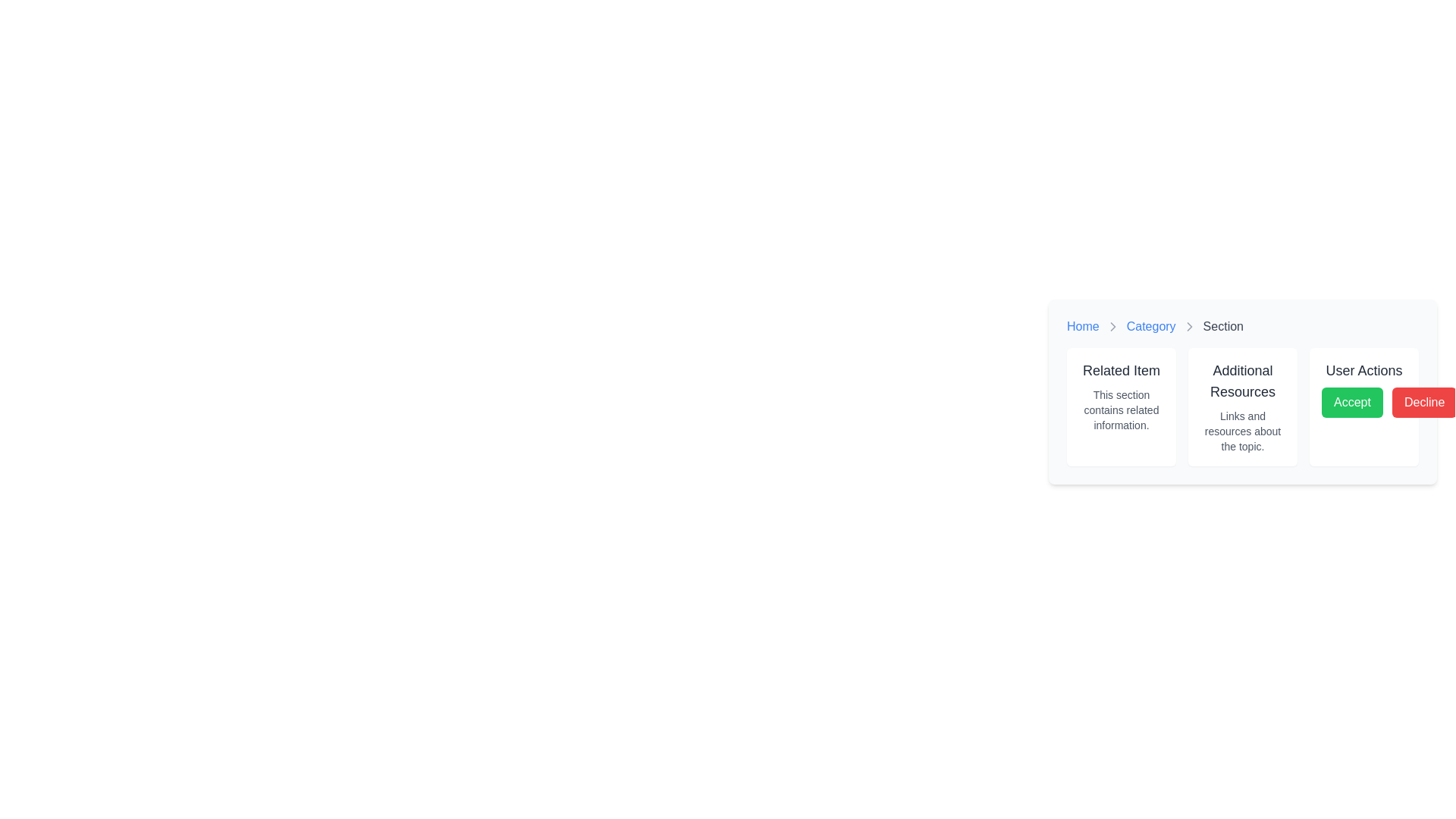 Image resolution: width=1456 pixels, height=819 pixels. I want to click on the 'User Actions' text label, which is styled with a bold font and located at the top center of a card above the 'Accept' and 'Decline' buttons, so click(1364, 371).